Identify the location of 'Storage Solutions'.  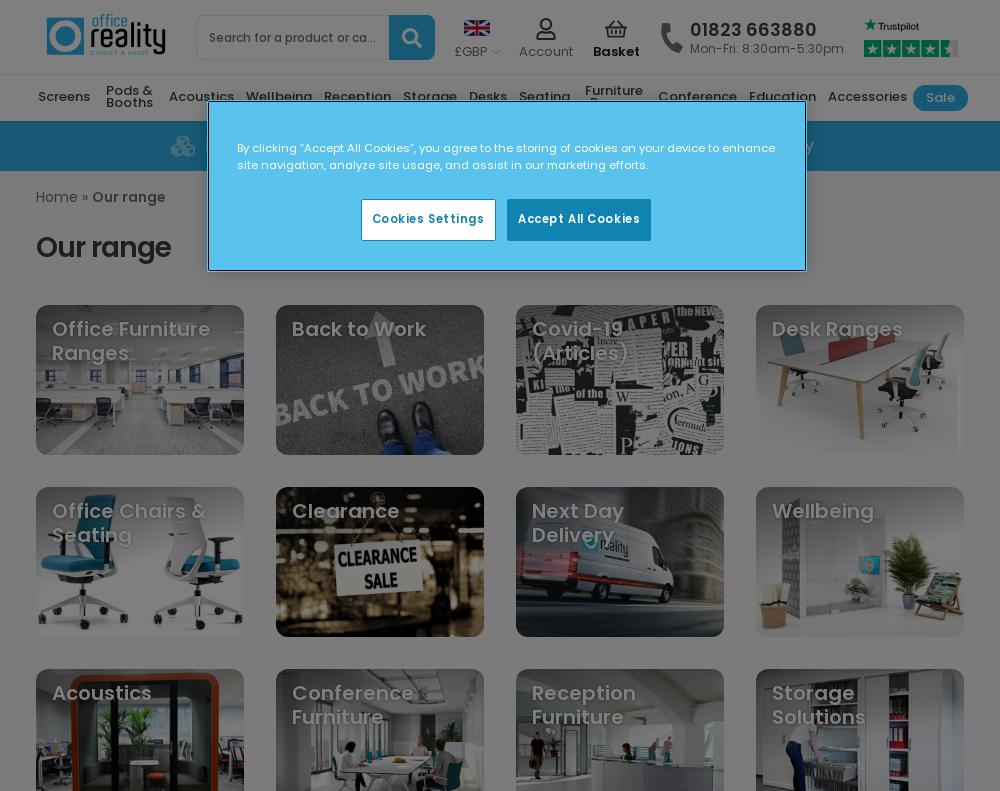
(818, 702).